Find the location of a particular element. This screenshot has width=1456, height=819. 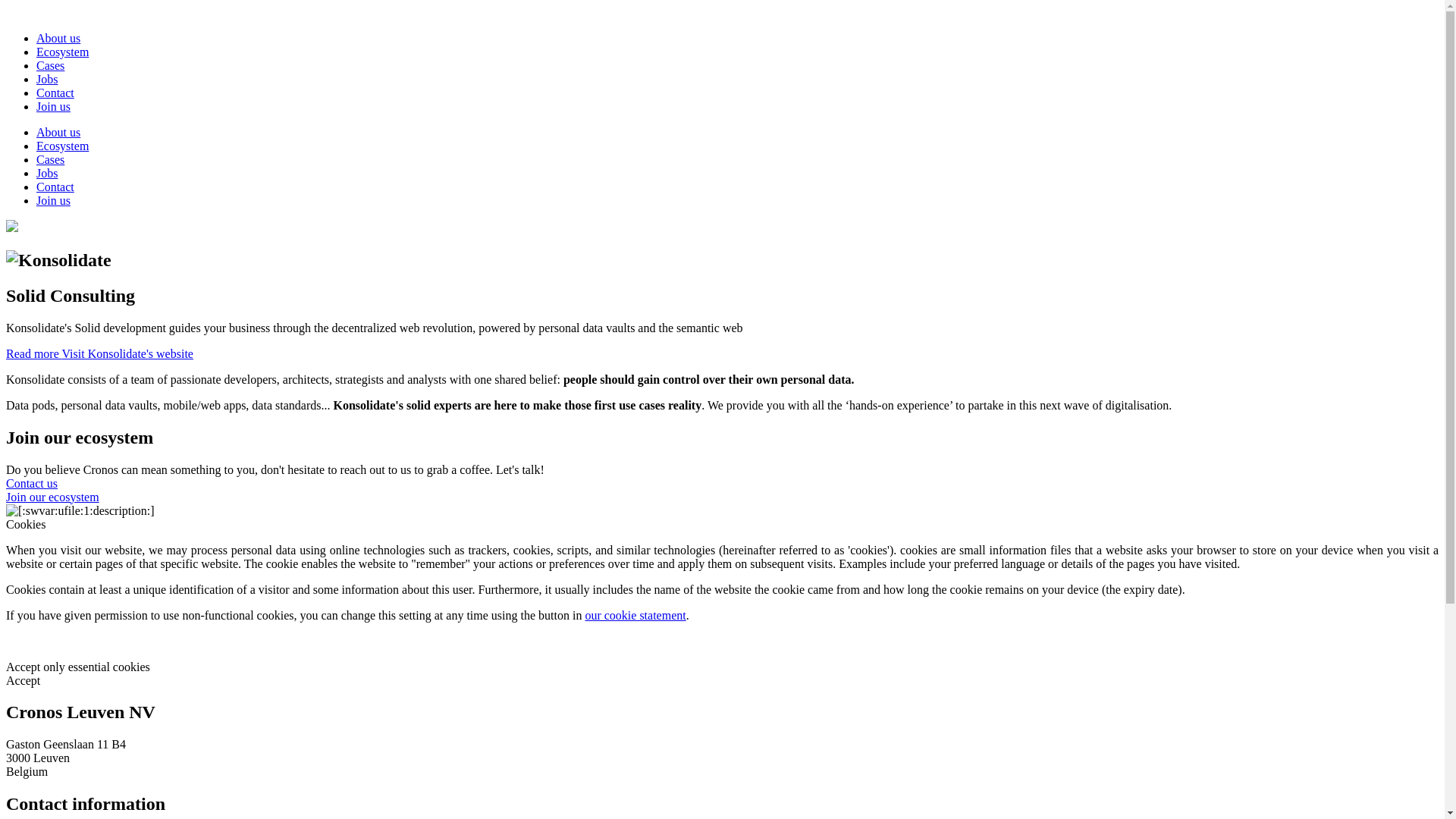

'Read more' is located at coordinates (33, 353).